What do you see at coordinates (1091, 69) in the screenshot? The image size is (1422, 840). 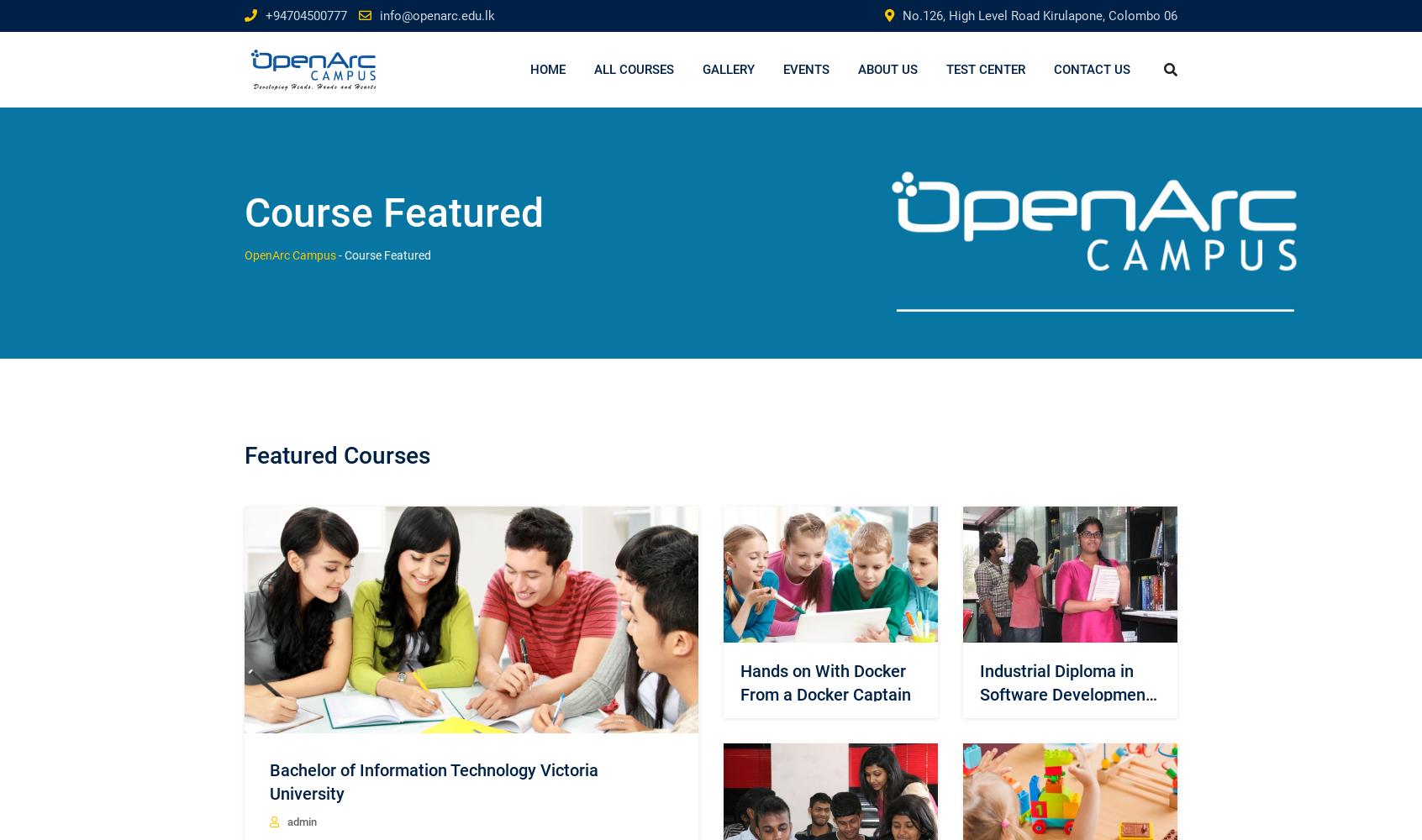 I see `'Contact Us'` at bounding box center [1091, 69].